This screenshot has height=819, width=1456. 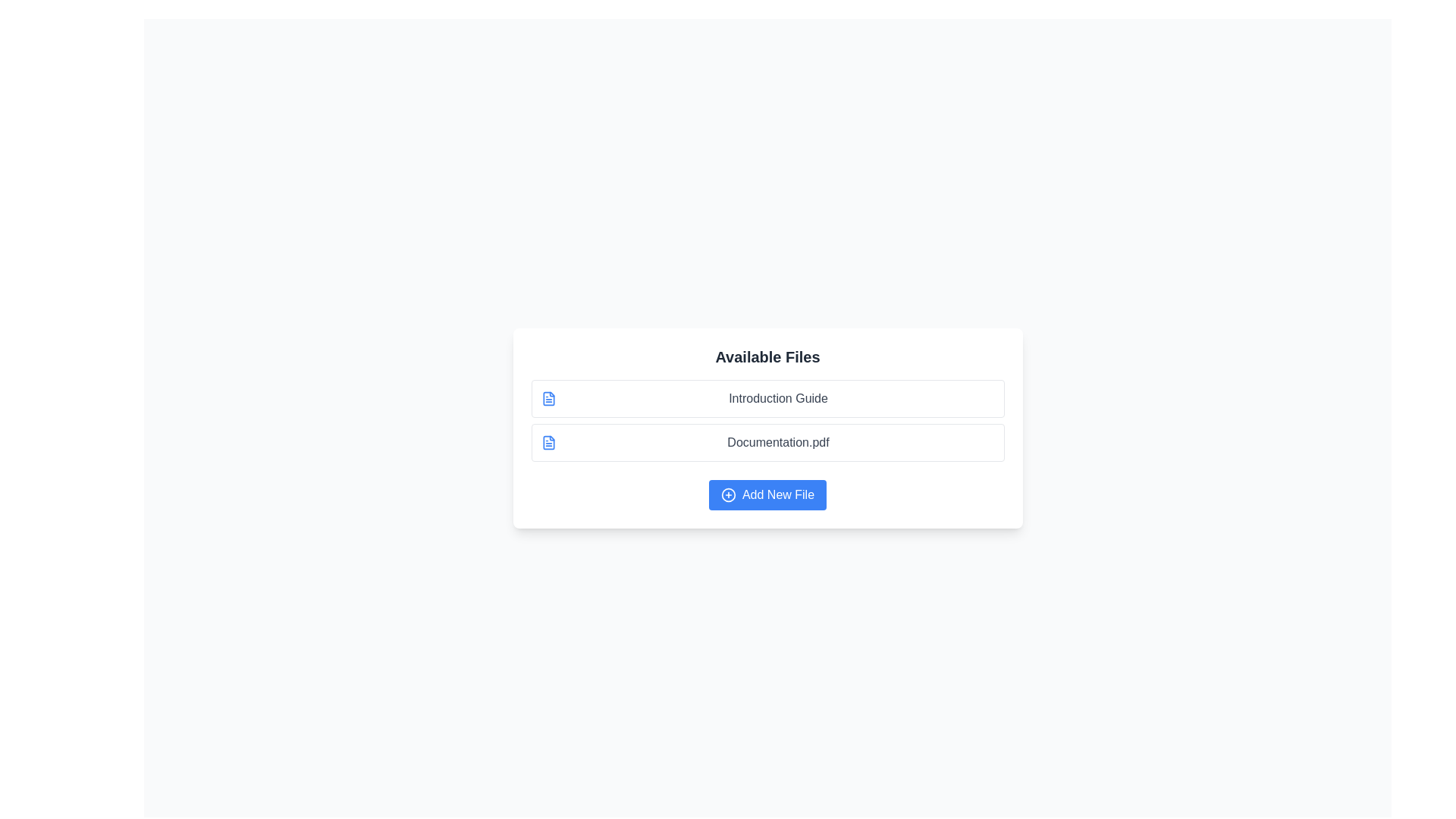 I want to click on the static text header labeled 'Available Files', which is bold and dark gray, located at the top of the panel above the list of file entries, so click(x=767, y=356).